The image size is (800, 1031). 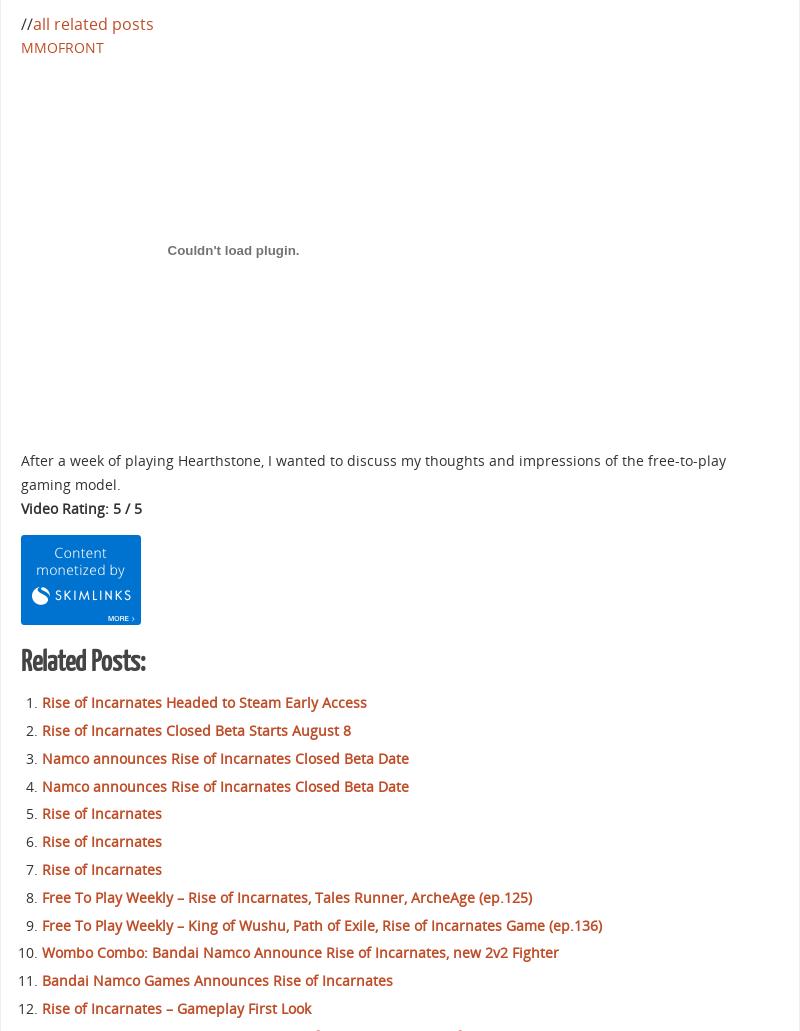 I want to click on 'Rise of Incarnates Closed Beta Starts August 8', so click(x=195, y=728).